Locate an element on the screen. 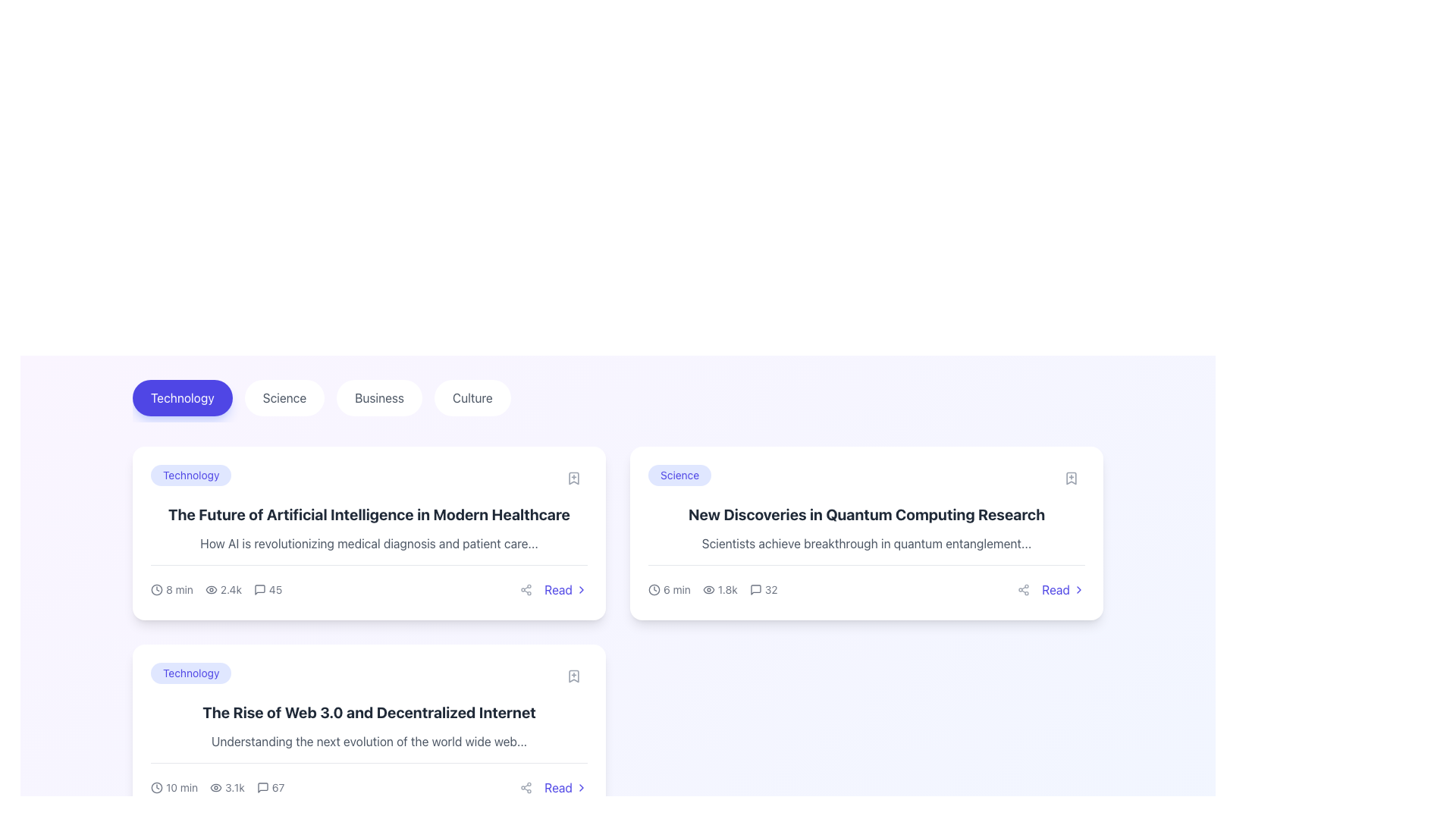  the timestamp indicator, which features a clock icon followed by the text '10 min', located at the bottom-left corner of the card titled 'The Rise of Web 3.0 and Decentralized Internet' is located at coordinates (174, 786).